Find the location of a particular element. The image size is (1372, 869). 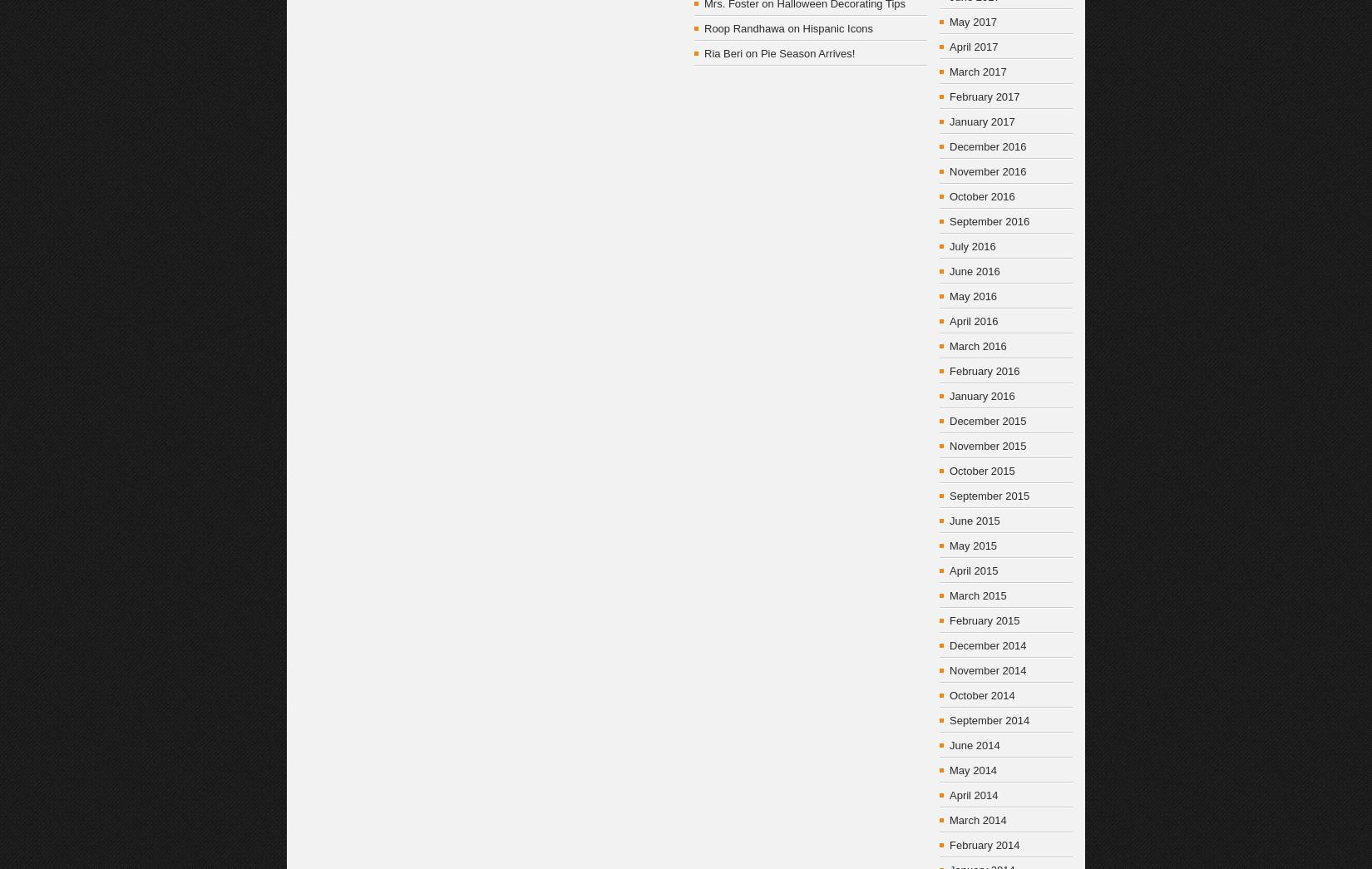

'May 2014' is located at coordinates (973, 770).